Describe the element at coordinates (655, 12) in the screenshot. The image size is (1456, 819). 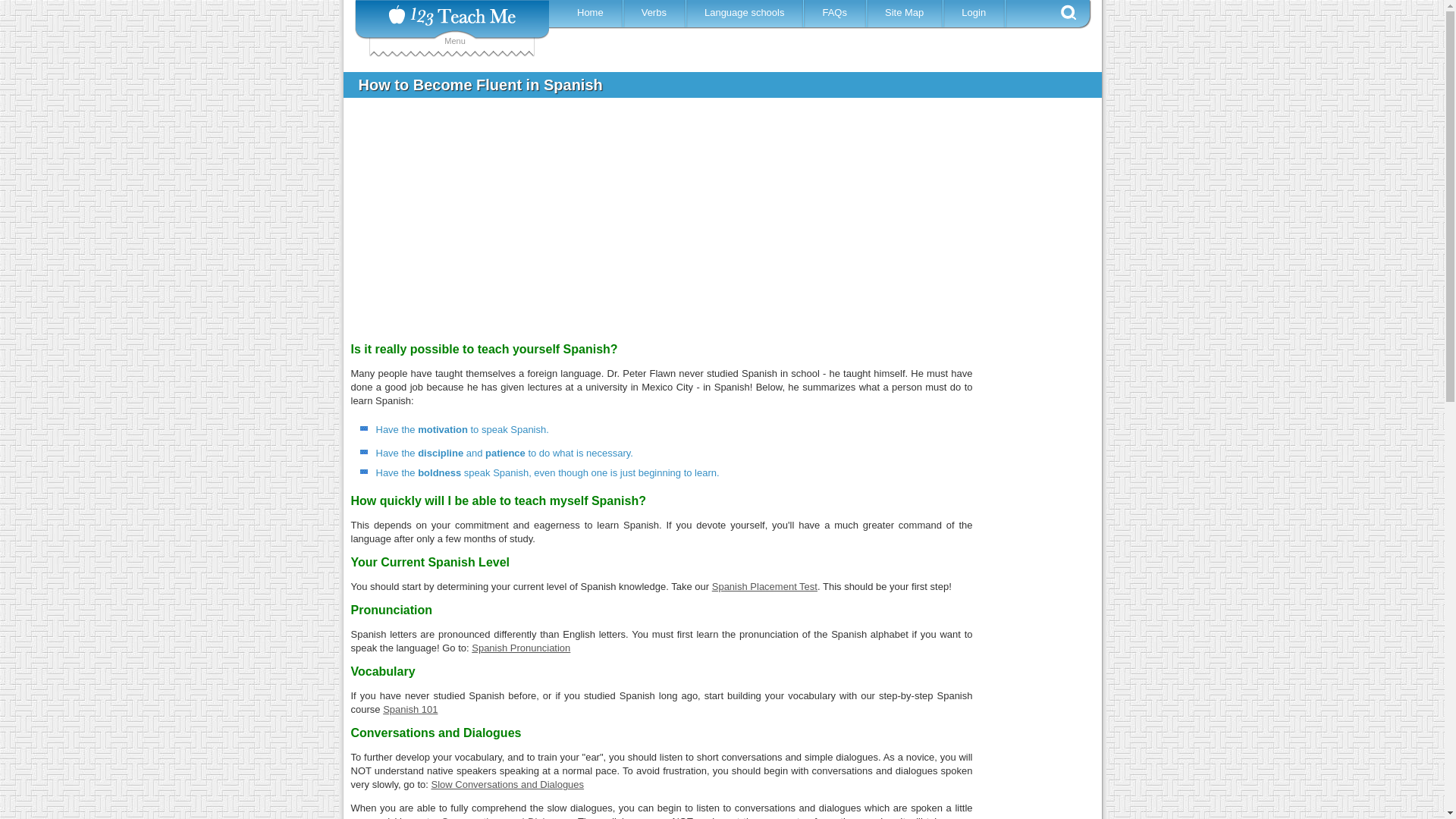
I see `'Verbs'` at that location.